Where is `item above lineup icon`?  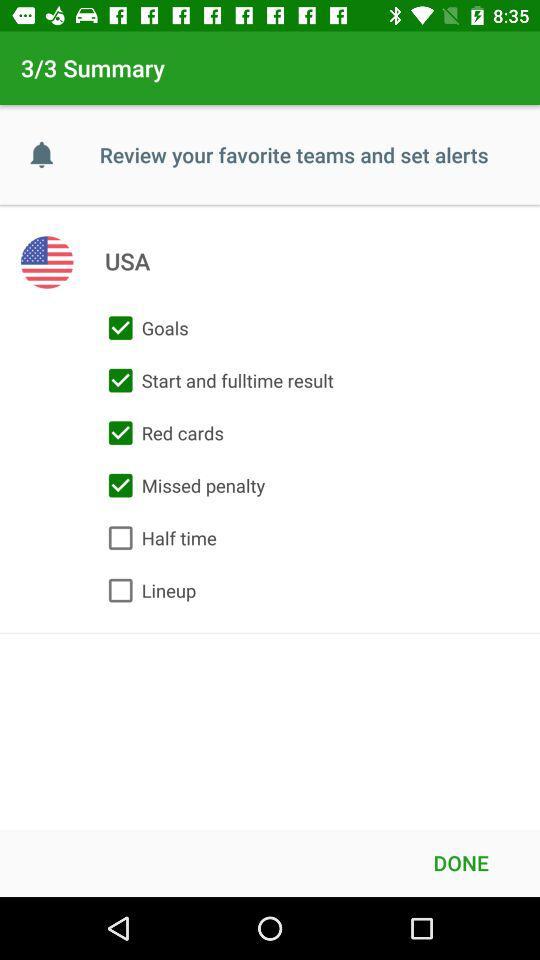 item above lineup icon is located at coordinates (157, 537).